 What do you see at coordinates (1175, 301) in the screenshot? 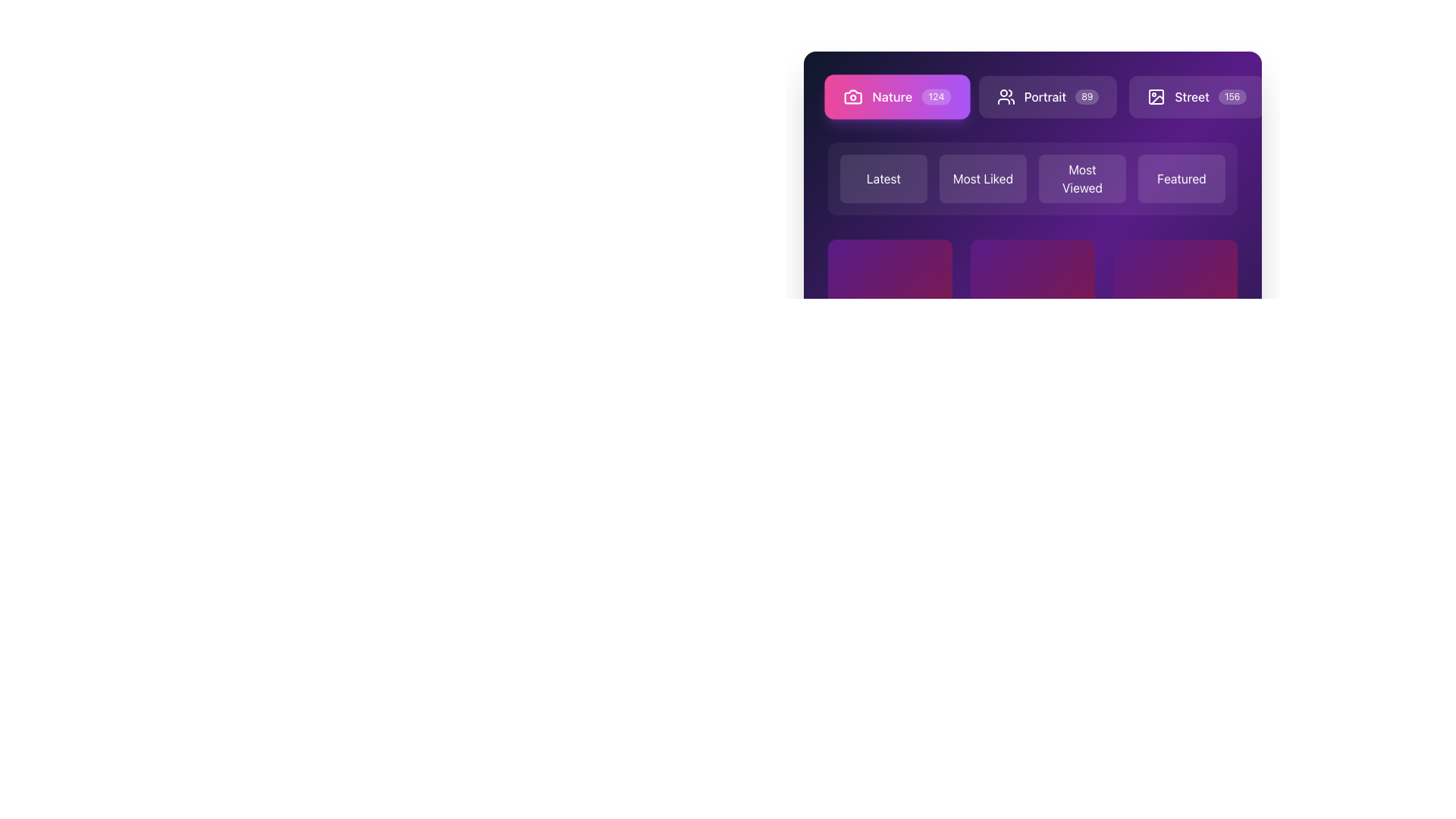
I see `the decorative box element located in the bottom right part of the grid layout, which serves as a placeholder or structural piece` at bounding box center [1175, 301].